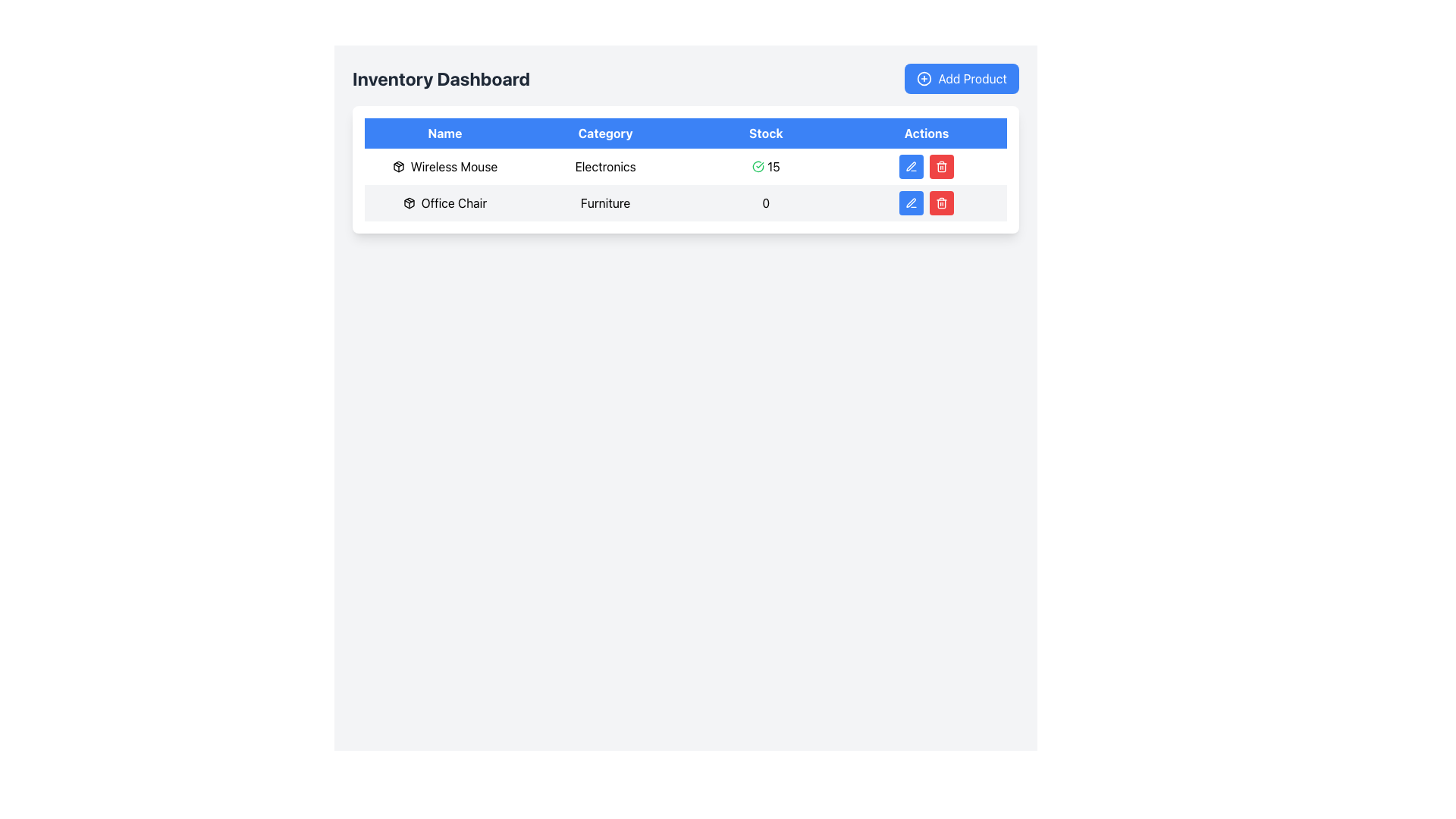  What do you see at coordinates (441, 79) in the screenshot?
I see `the 'Inventory Dashboard' text element, which is a bold and large header styled in grayish-black, located in the upper-left corner of the interface, aligned with the 'Add Product' button` at bounding box center [441, 79].